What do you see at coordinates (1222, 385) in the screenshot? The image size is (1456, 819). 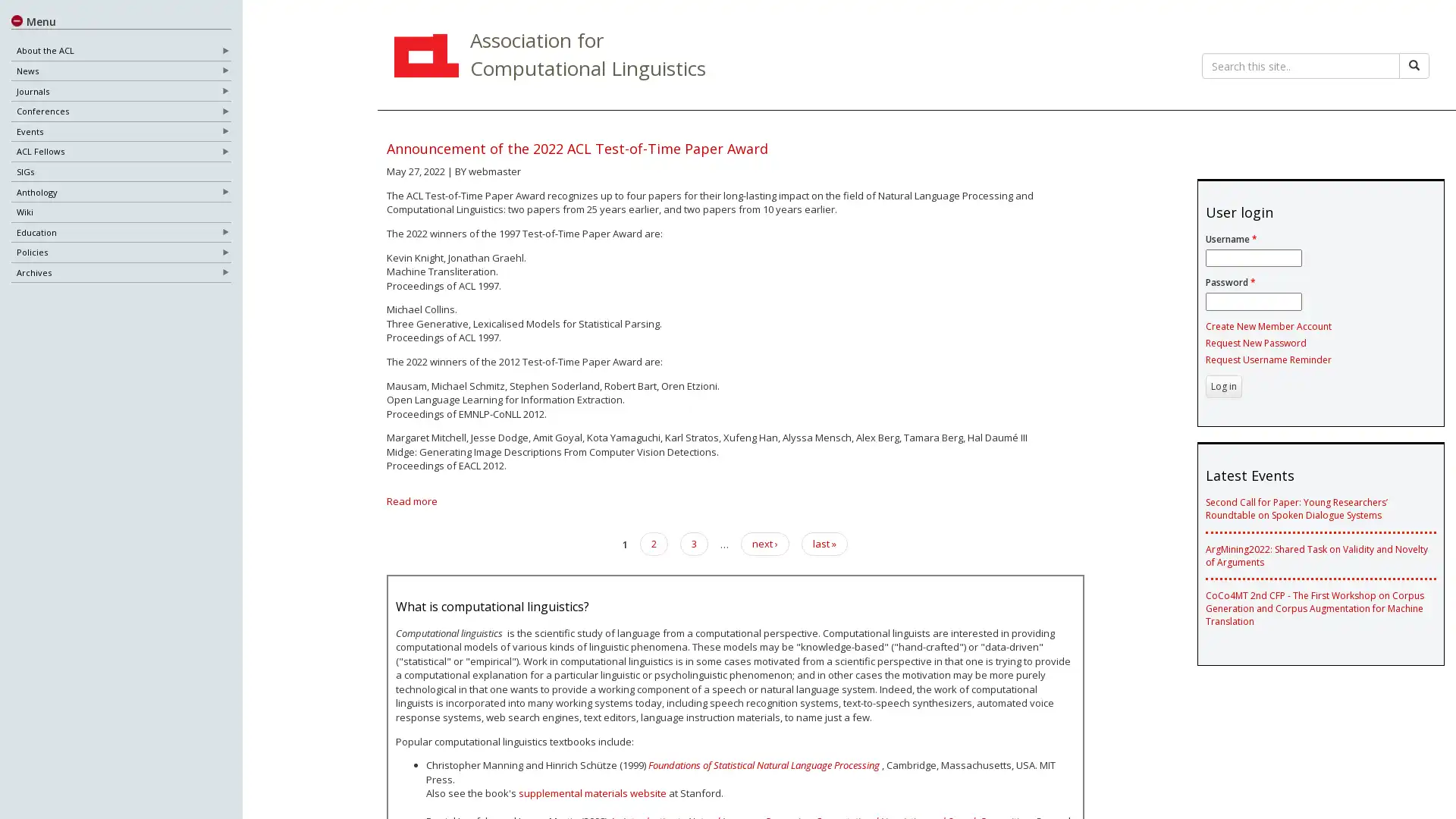 I see `Log in` at bounding box center [1222, 385].